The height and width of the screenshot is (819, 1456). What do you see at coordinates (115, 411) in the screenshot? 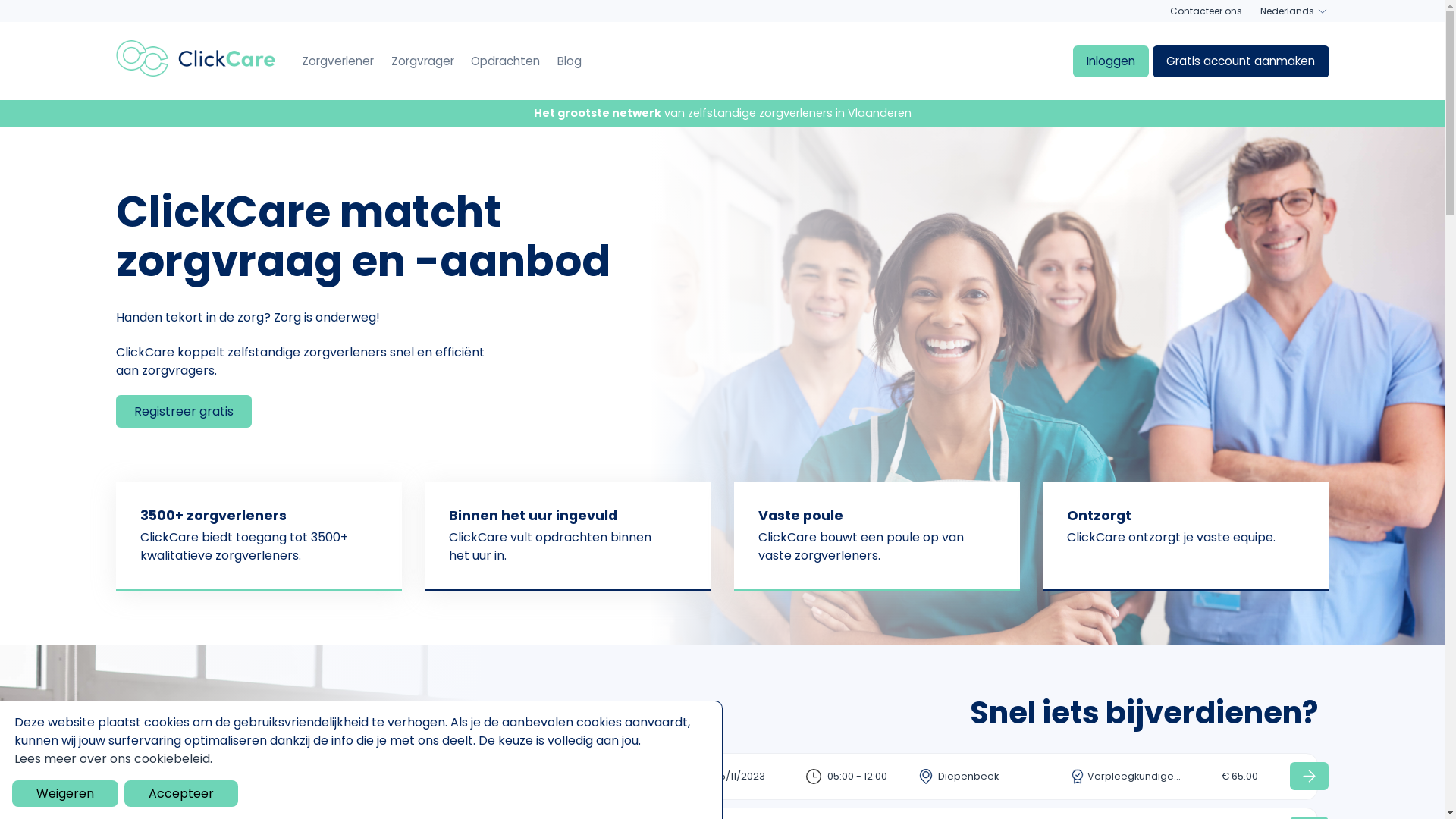
I see `'Registreer gratis'` at bounding box center [115, 411].